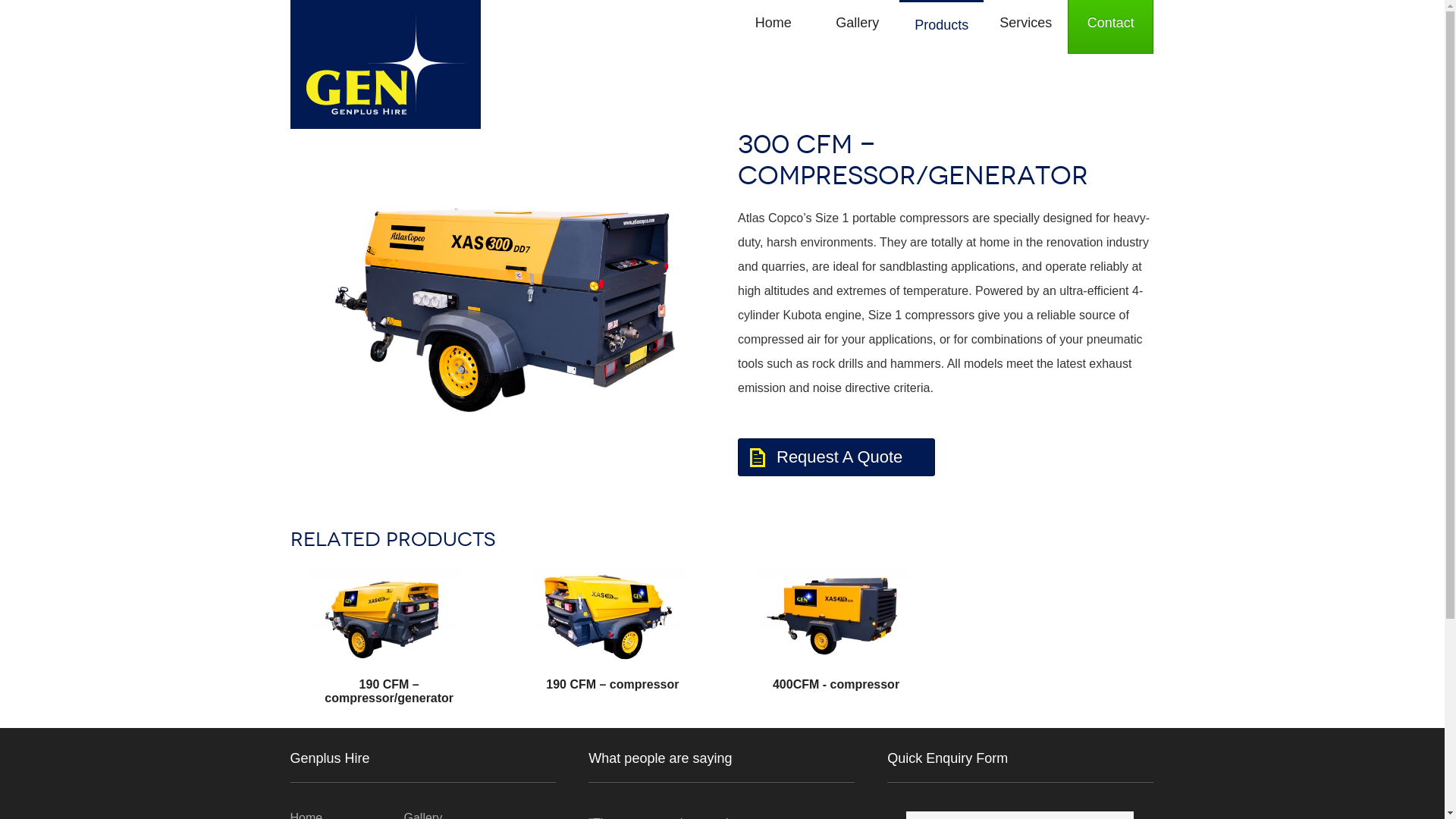 This screenshot has width=1456, height=819. Describe the element at coordinates (843, 457) in the screenshot. I see `'Request A Quote'` at that location.